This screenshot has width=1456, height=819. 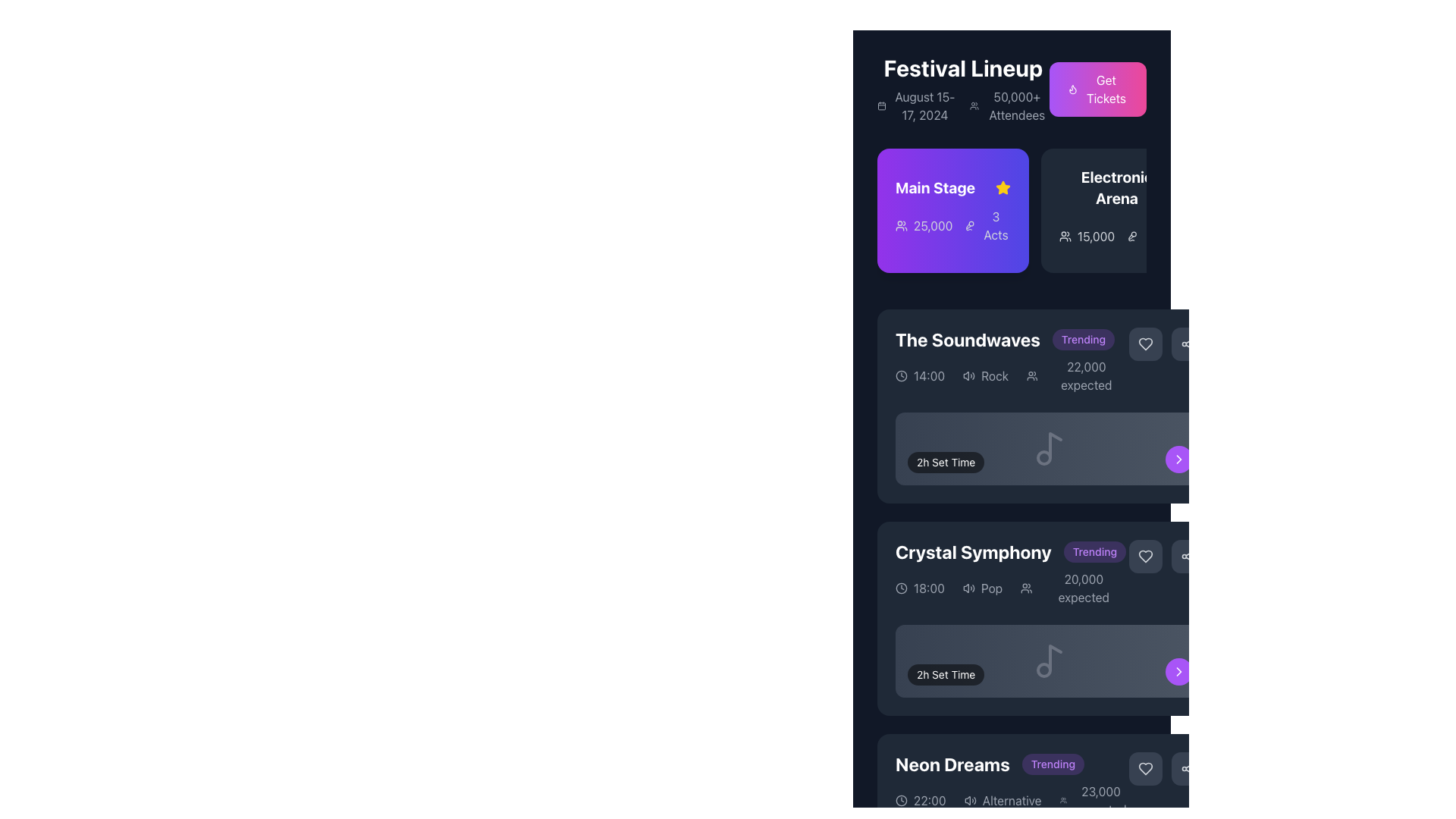 I want to click on the chevron icon styled in white on a purple circular background located at the right end of the 'Crystal Symphony' section, so click(x=1178, y=671).